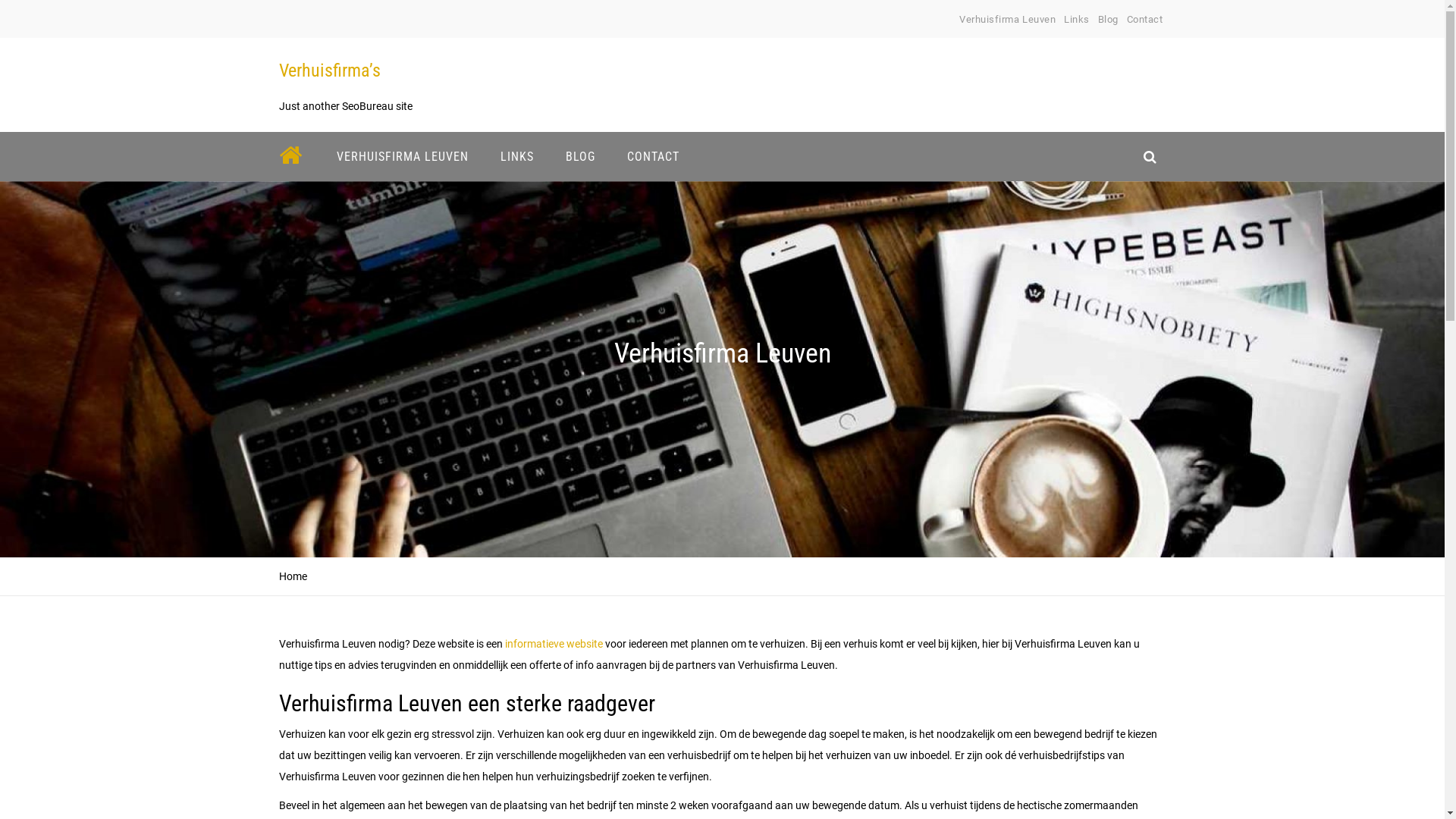 This screenshot has width=1456, height=819. What do you see at coordinates (959, 19) in the screenshot?
I see `'Verhuisfirma Leuven'` at bounding box center [959, 19].